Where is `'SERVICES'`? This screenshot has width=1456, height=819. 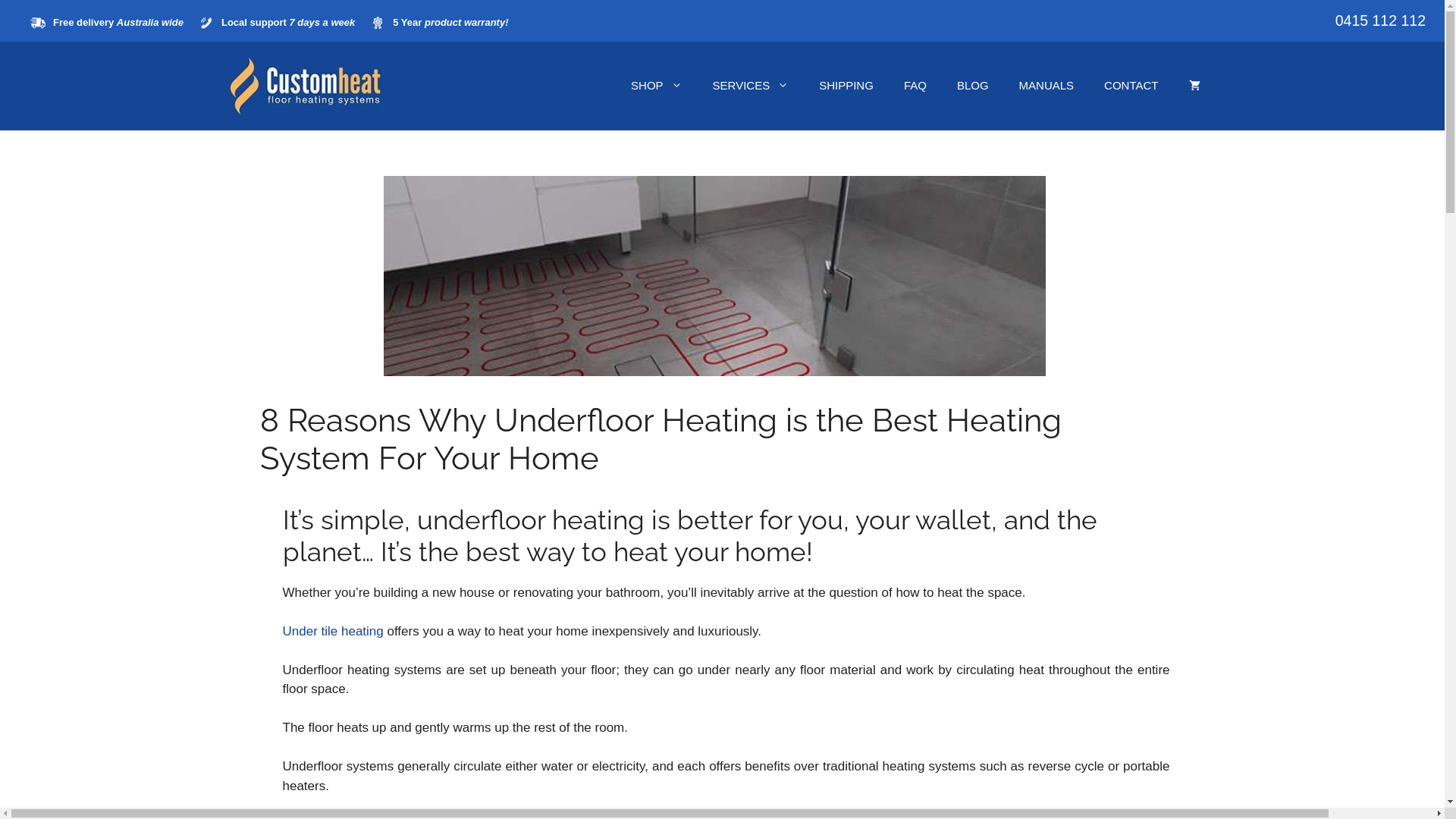 'SERVICES' is located at coordinates (751, 85).